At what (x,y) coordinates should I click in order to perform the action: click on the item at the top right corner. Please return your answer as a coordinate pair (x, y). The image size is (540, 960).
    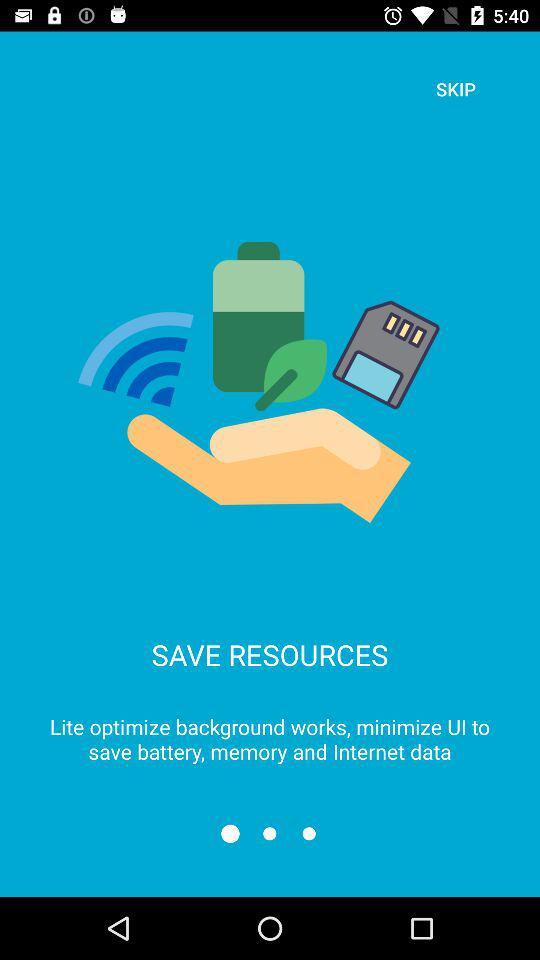
    Looking at the image, I should click on (455, 89).